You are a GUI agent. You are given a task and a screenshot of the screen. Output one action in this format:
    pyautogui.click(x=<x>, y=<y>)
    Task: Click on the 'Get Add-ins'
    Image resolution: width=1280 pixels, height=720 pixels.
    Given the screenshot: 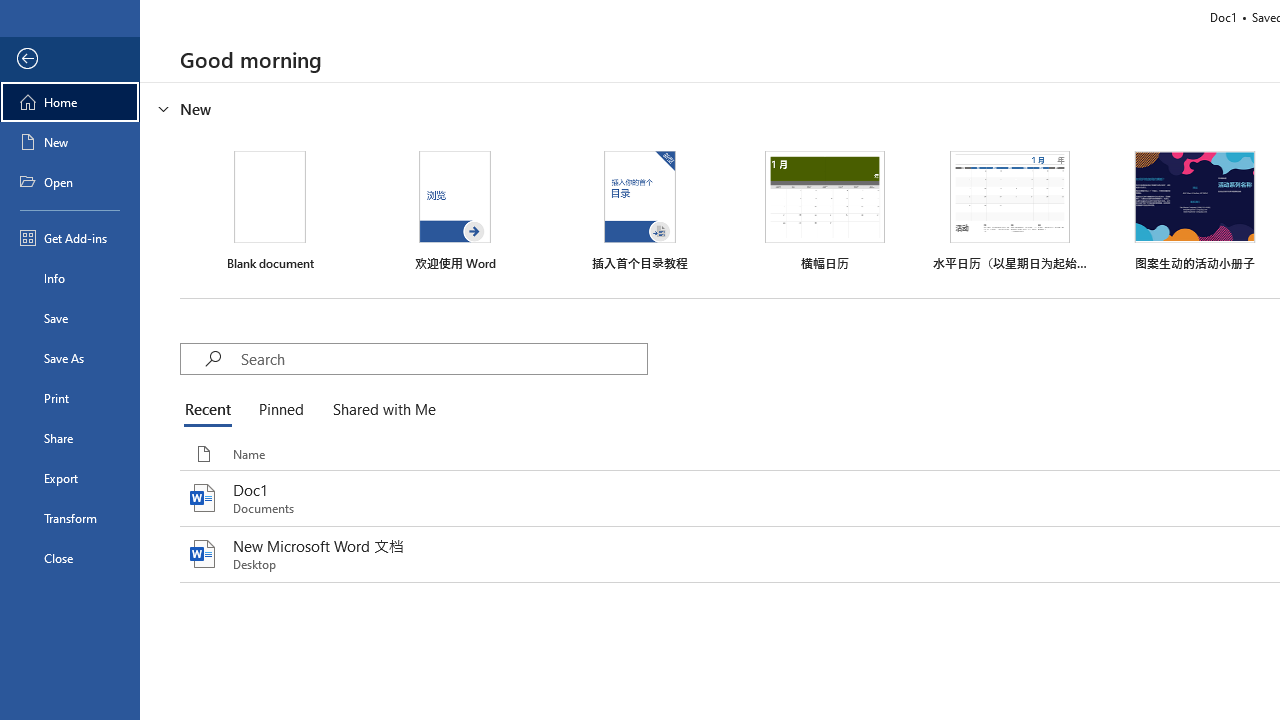 What is the action you would take?
    pyautogui.click(x=69, y=236)
    